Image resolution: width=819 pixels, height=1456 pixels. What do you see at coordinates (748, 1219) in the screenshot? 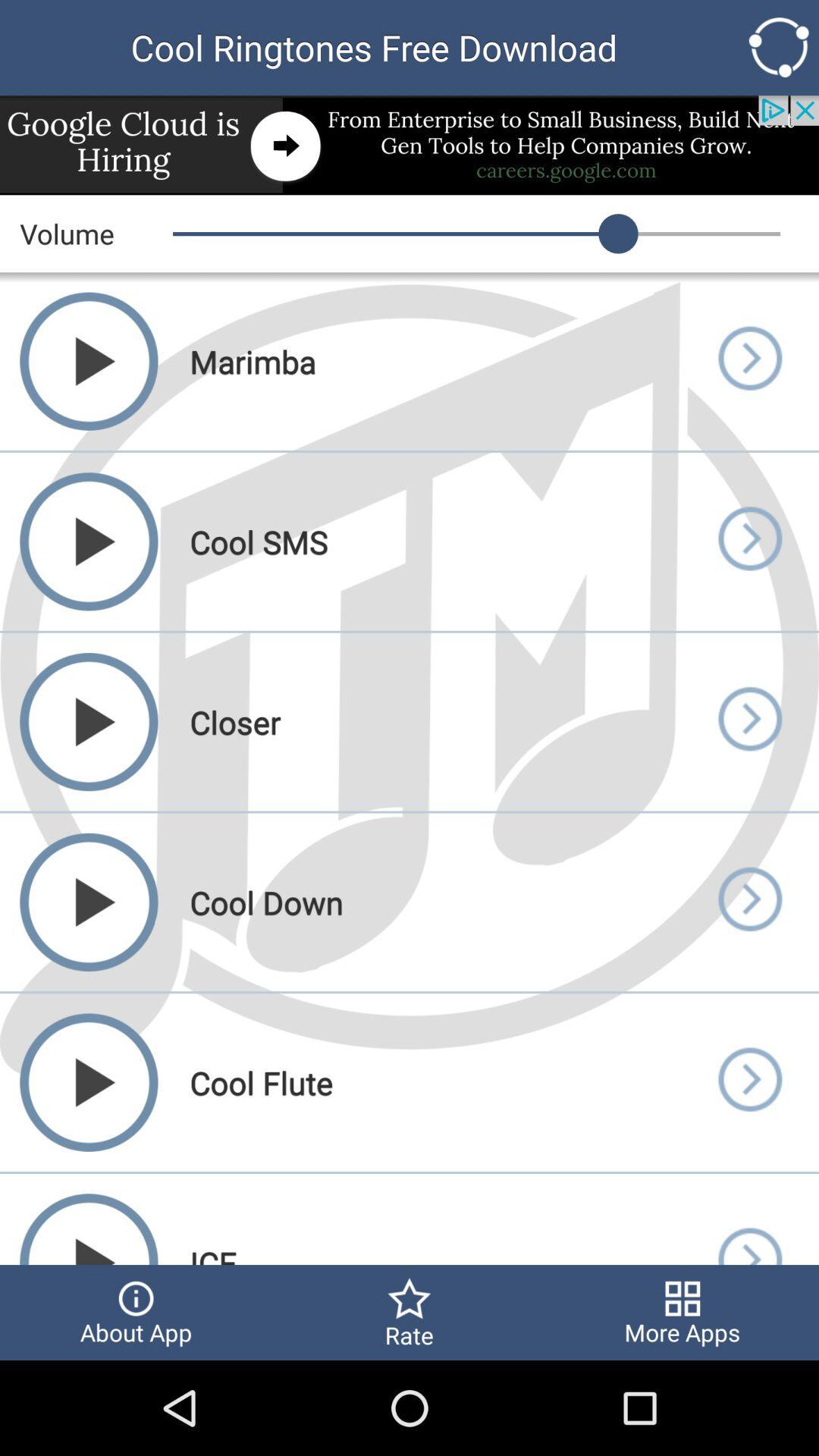
I see `sound button` at bounding box center [748, 1219].